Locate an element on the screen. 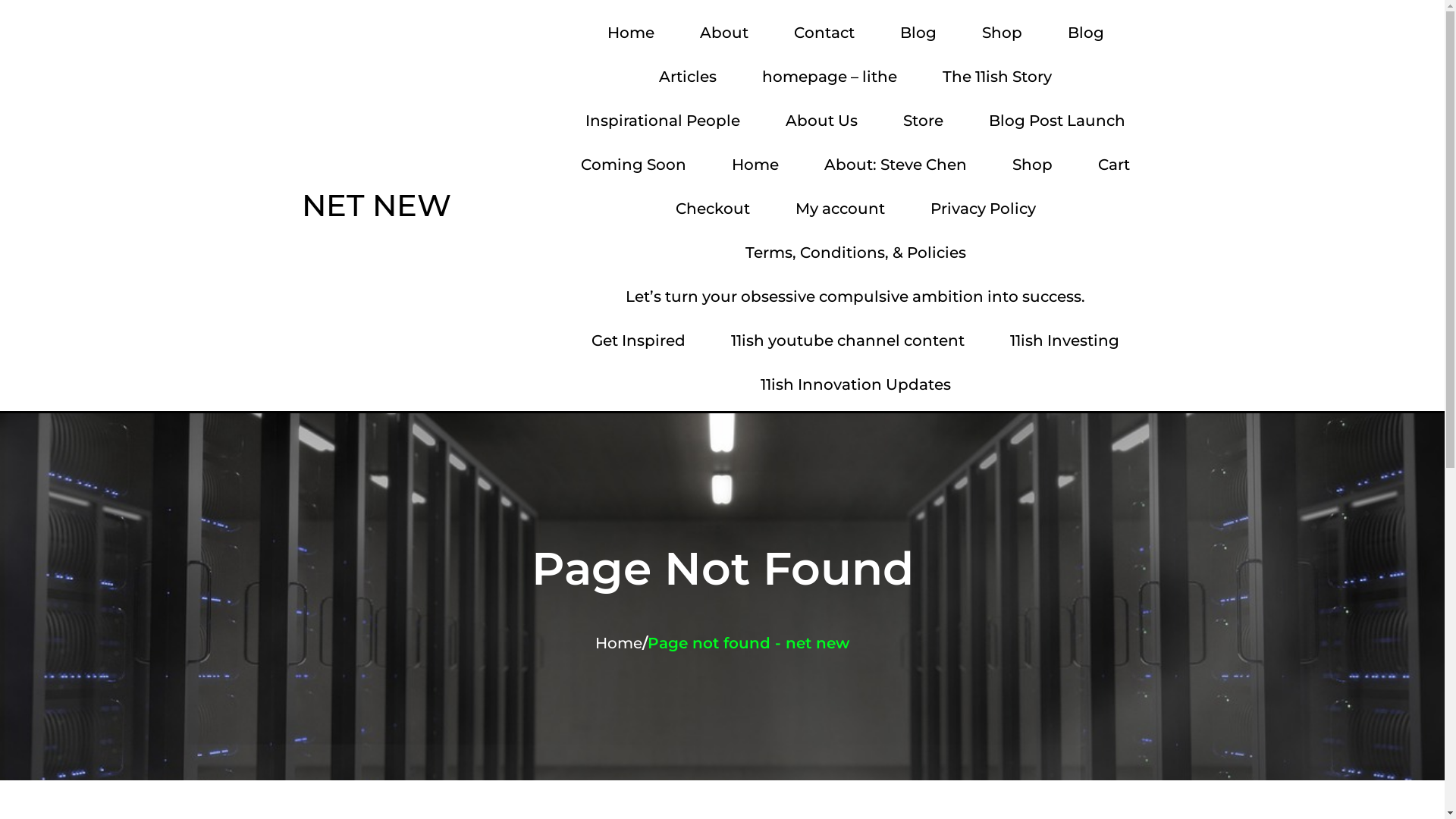  'Inspirational People' is located at coordinates (662, 119).